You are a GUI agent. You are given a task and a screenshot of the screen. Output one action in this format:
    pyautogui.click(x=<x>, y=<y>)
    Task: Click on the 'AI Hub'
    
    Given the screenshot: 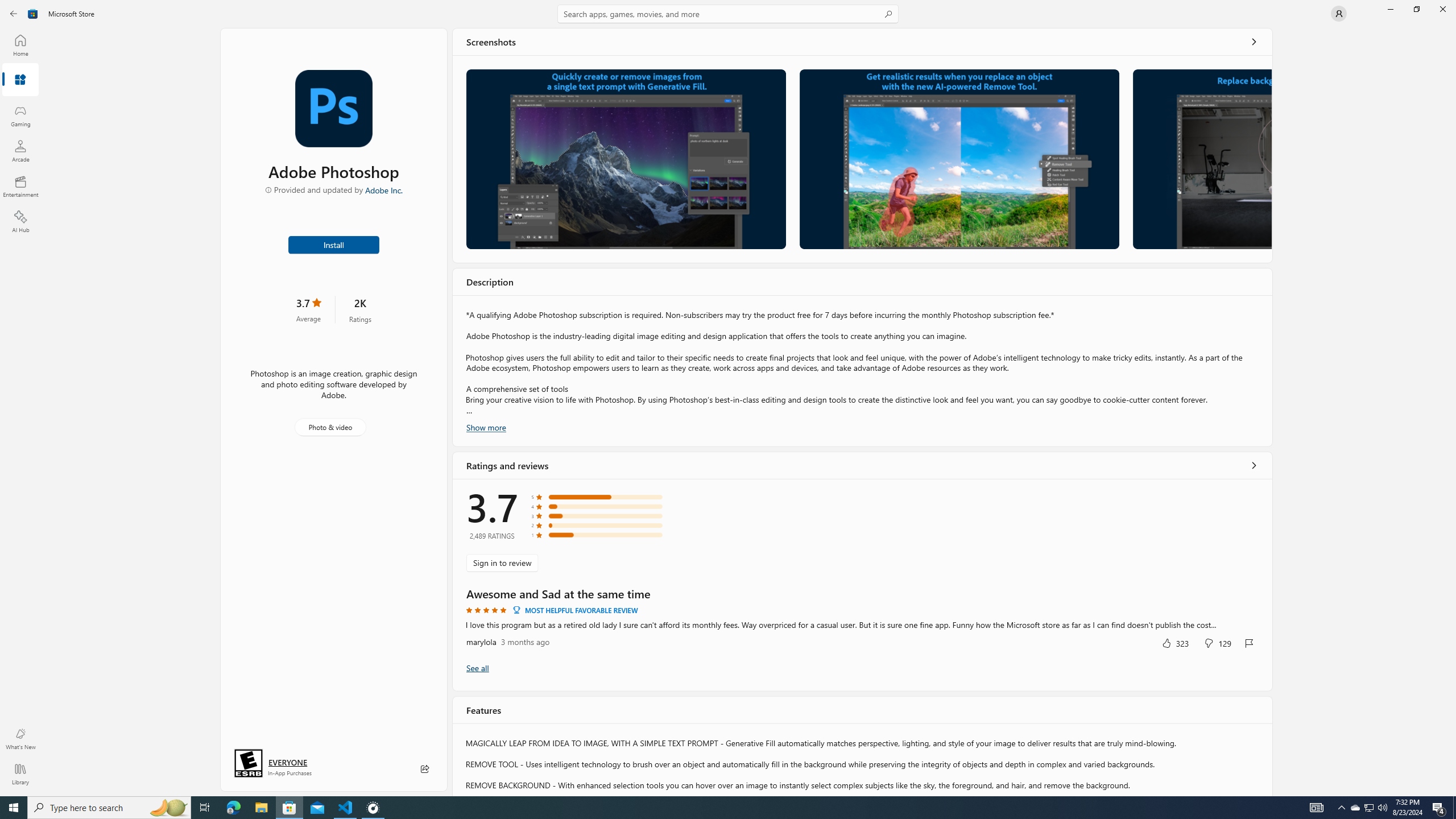 What is the action you would take?
    pyautogui.click(x=19, y=221)
    